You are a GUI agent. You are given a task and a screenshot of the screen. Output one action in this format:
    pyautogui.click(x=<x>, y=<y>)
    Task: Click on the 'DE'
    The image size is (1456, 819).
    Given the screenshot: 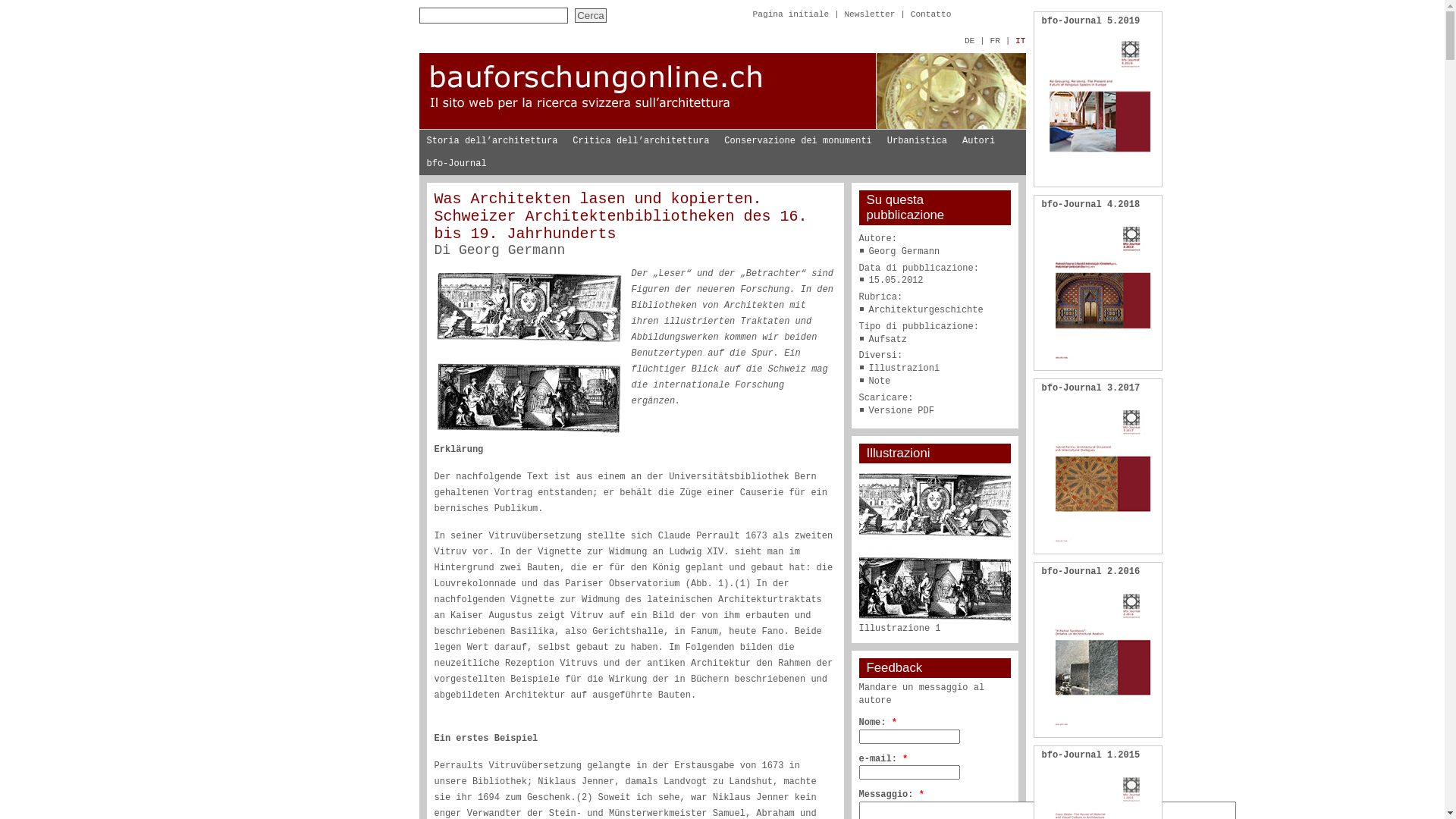 What is the action you would take?
    pyautogui.click(x=968, y=40)
    